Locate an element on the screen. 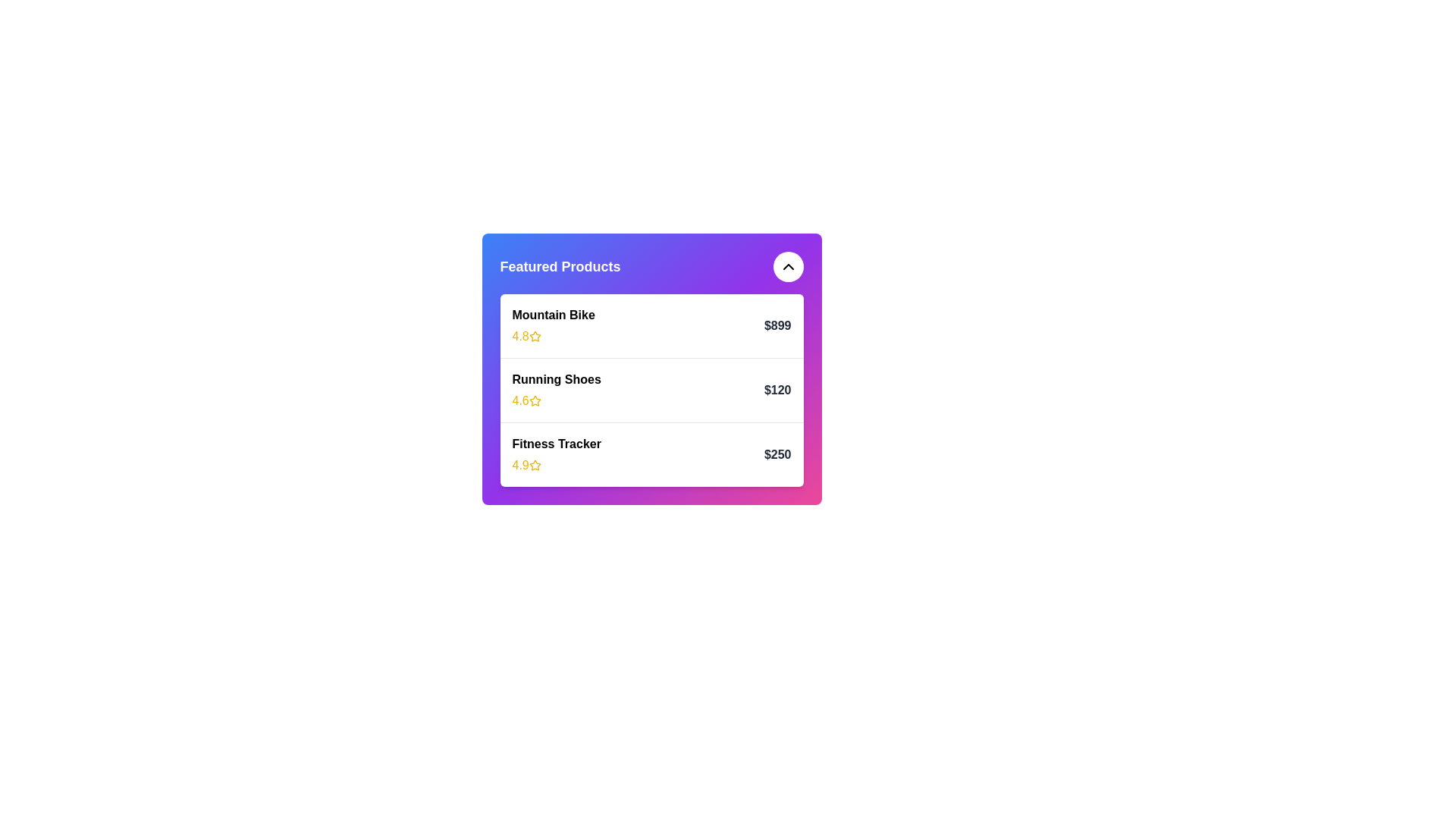 The height and width of the screenshot is (819, 1456). text from the 'Featured Products' label displayed in large, bold white font against a purple gradient background is located at coordinates (560, 265).